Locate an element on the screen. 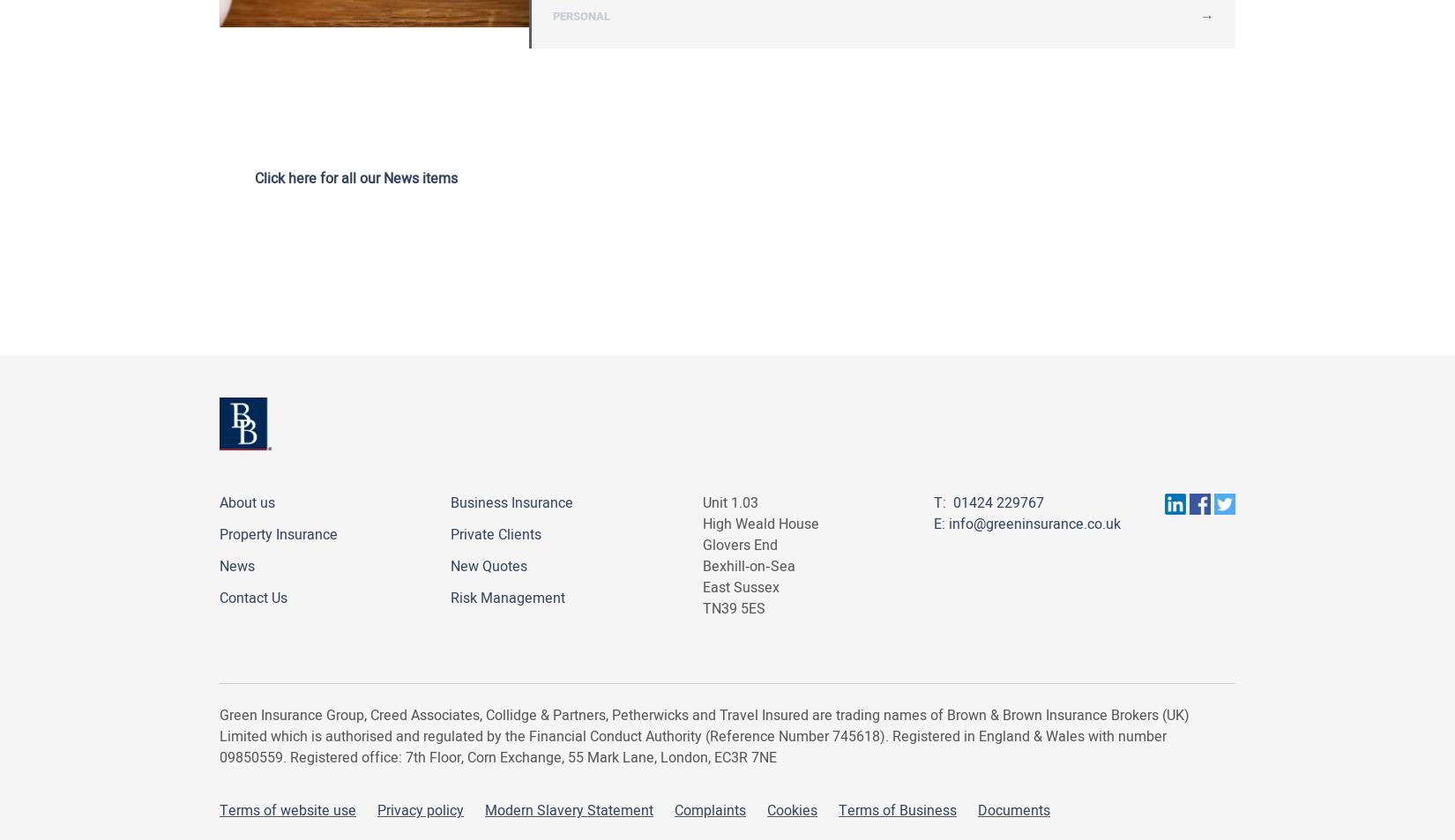  'Modern Slavery Statement' is located at coordinates (483, 811).